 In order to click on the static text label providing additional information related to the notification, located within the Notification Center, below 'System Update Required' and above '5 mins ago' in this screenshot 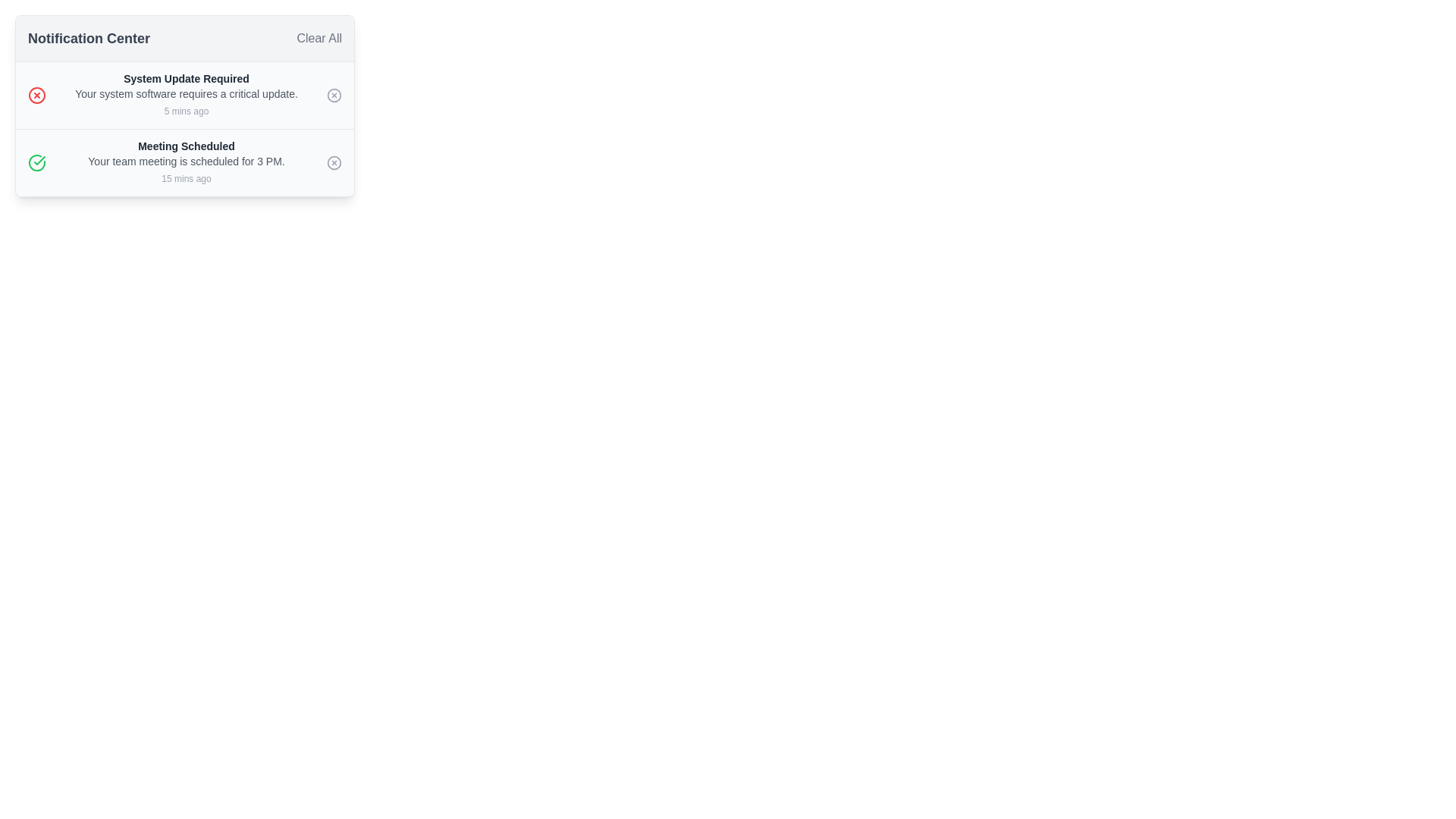, I will do `click(185, 93)`.